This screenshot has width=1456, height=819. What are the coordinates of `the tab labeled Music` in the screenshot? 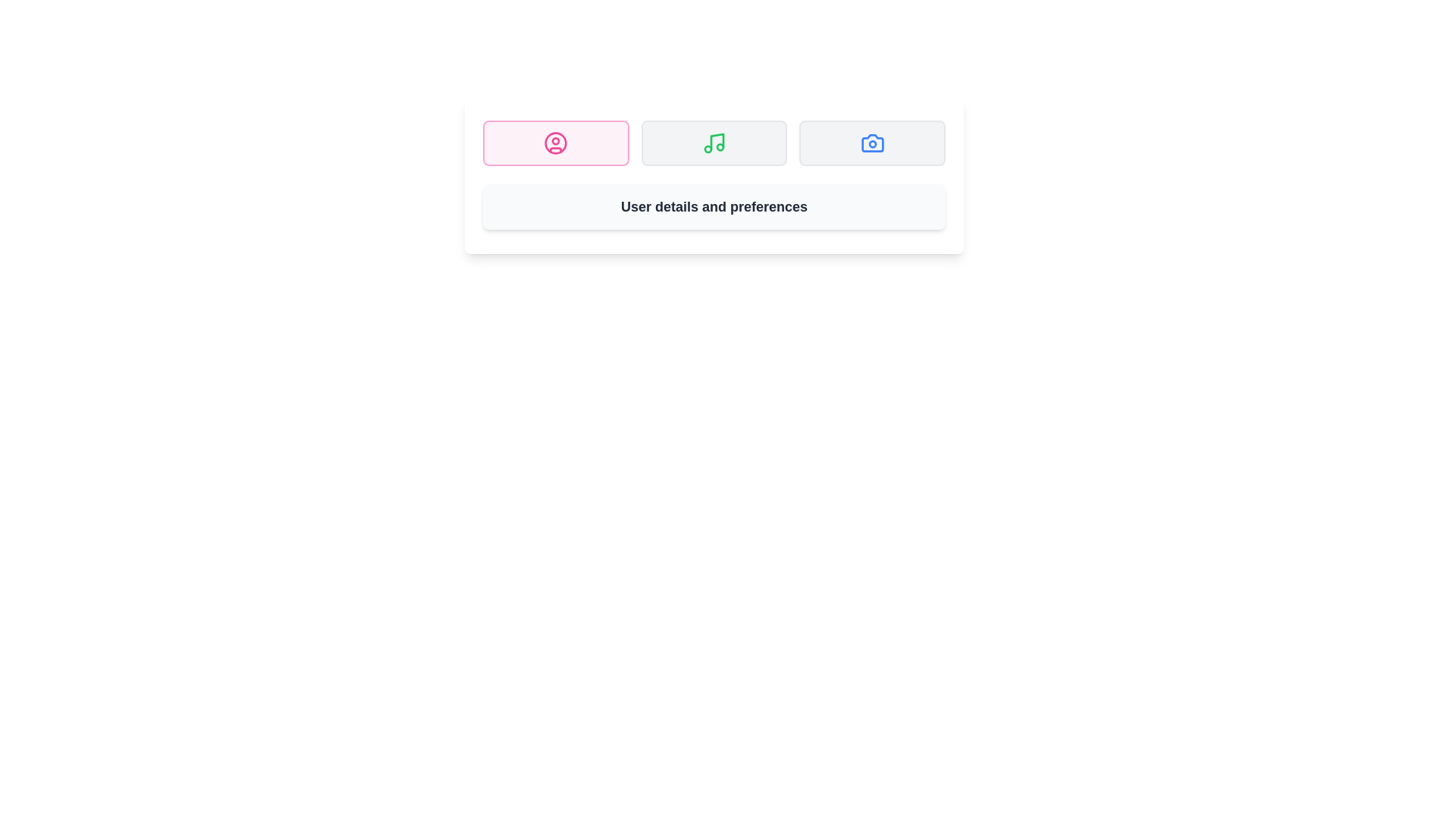 It's located at (712, 143).